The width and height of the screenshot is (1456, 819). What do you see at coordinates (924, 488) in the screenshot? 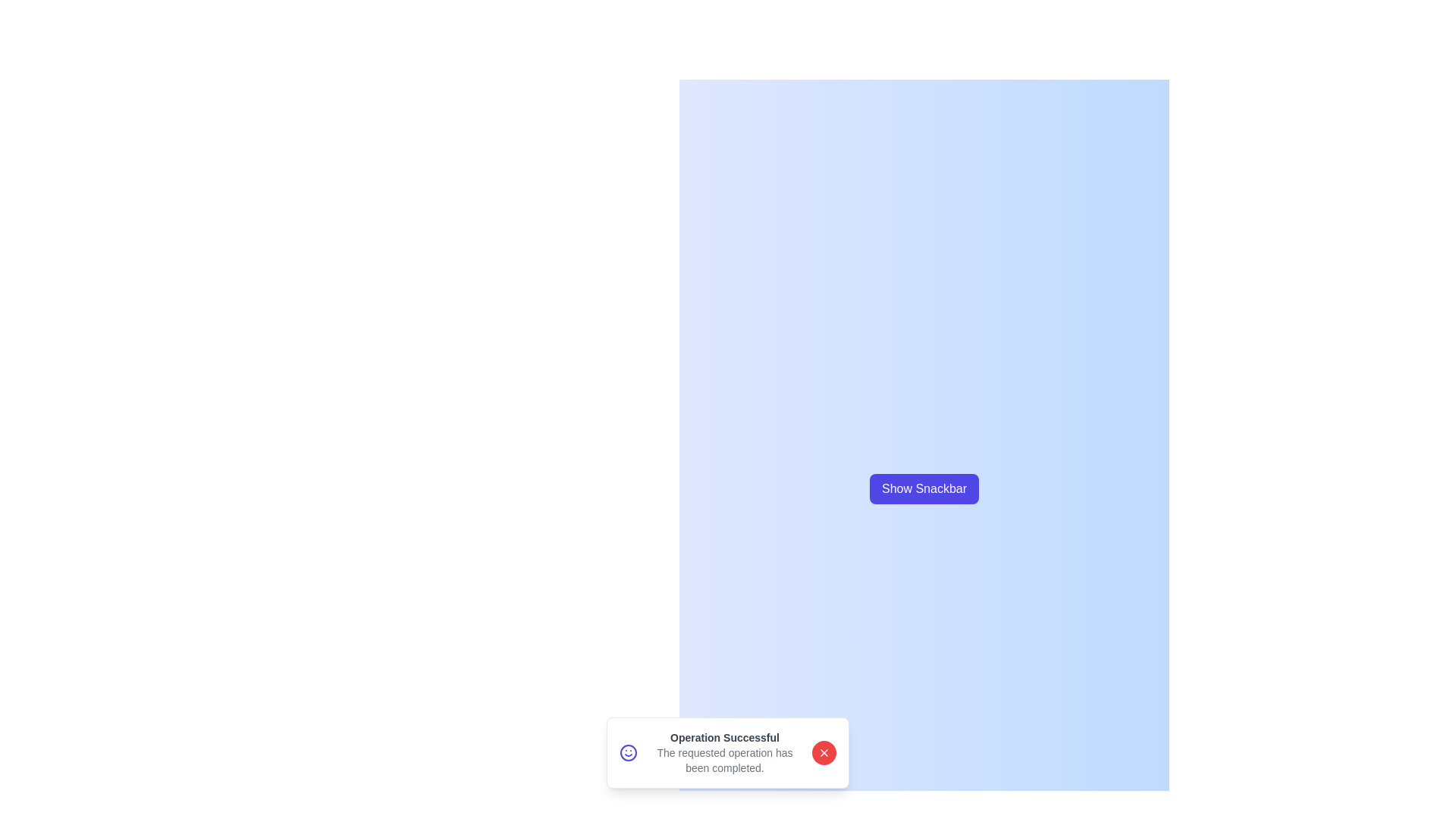
I see `the 'Show Snackbar' button to display the snackbar notification` at bounding box center [924, 488].